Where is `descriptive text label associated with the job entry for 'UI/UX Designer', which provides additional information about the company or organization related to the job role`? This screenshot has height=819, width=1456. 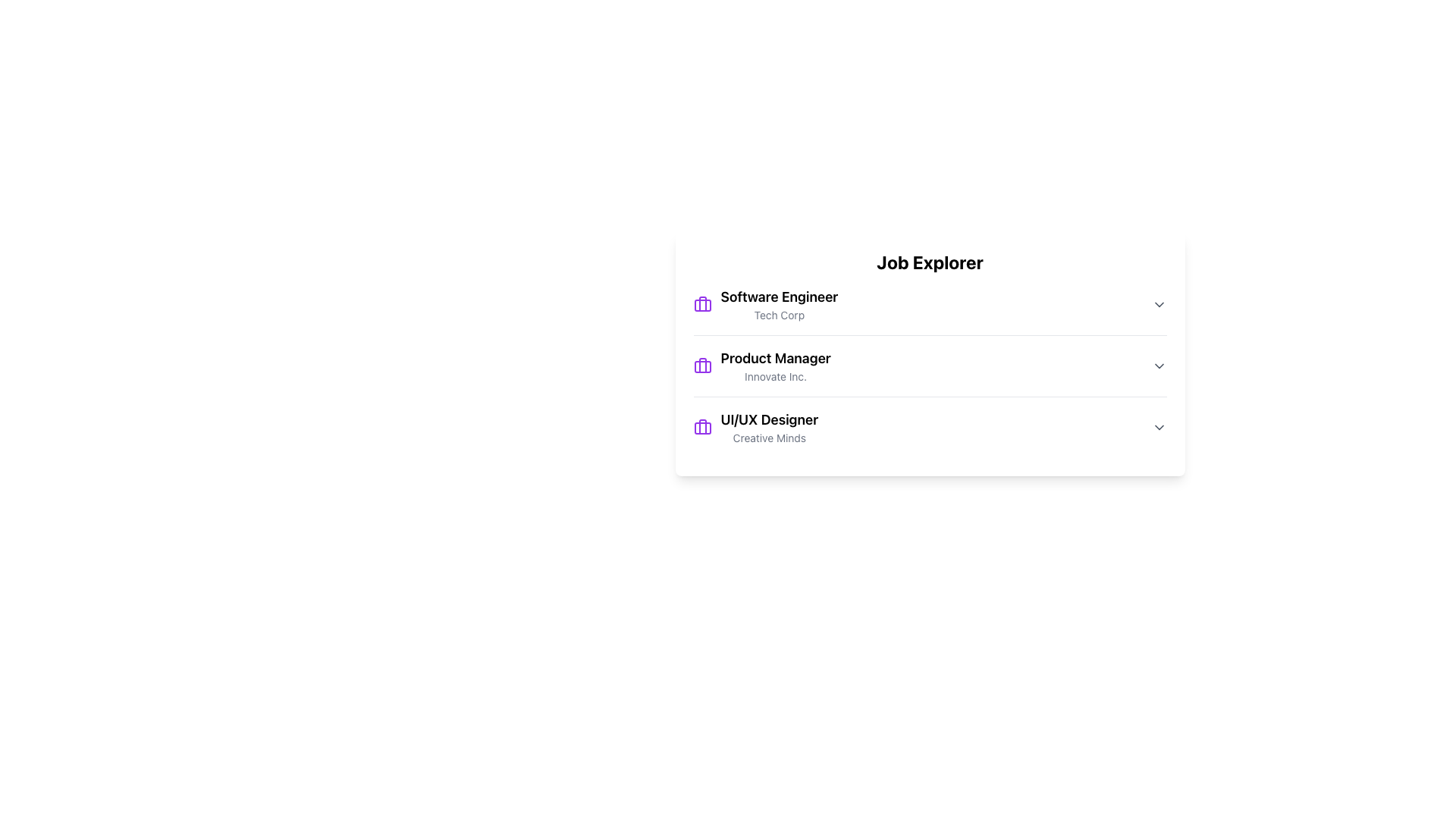 descriptive text label associated with the job entry for 'UI/UX Designer', which provides additional information about the company or organization related to the job role is located at coordinates (769, 438).